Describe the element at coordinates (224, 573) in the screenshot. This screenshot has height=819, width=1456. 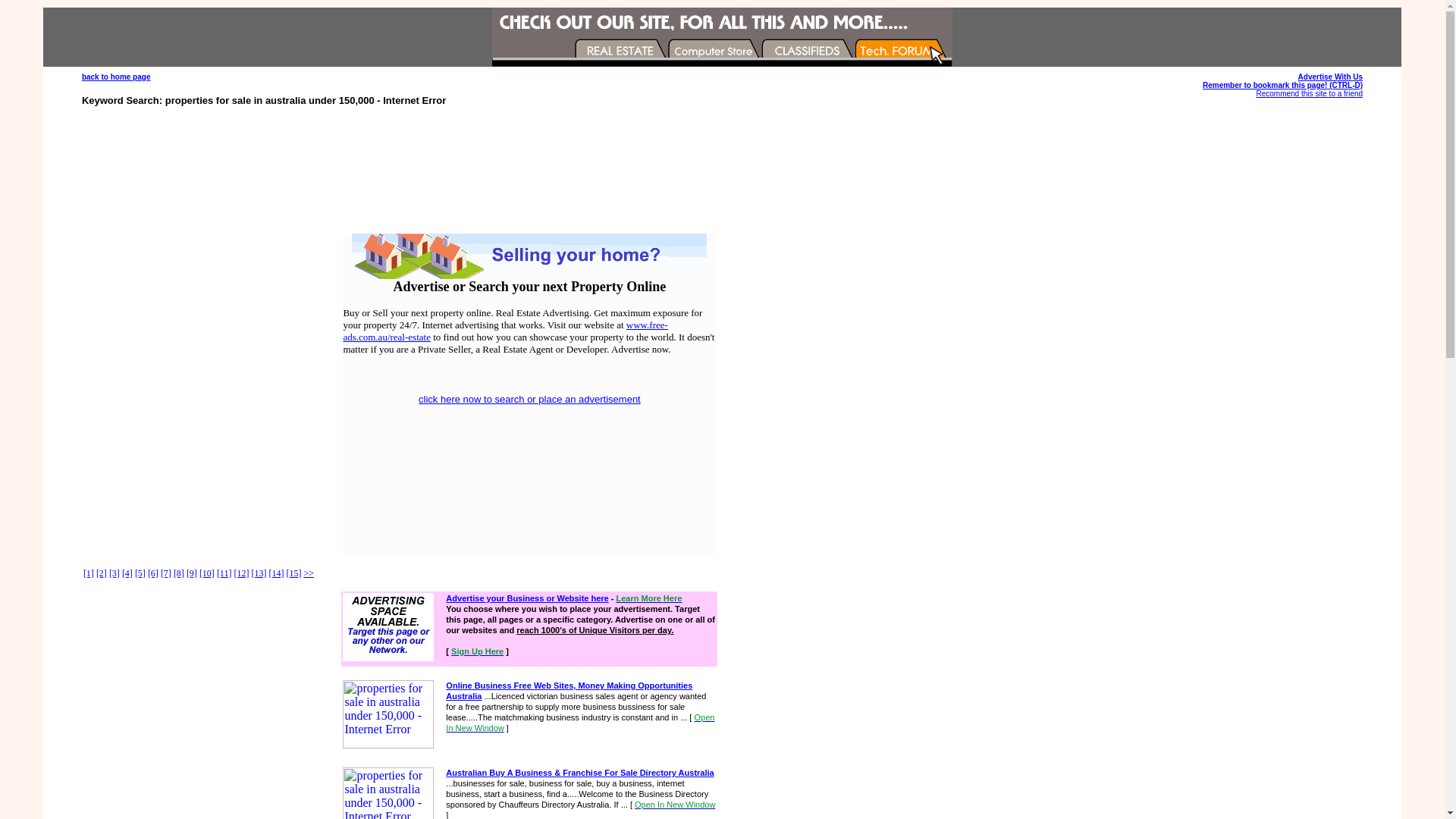
I see `'[11]'` at that location.